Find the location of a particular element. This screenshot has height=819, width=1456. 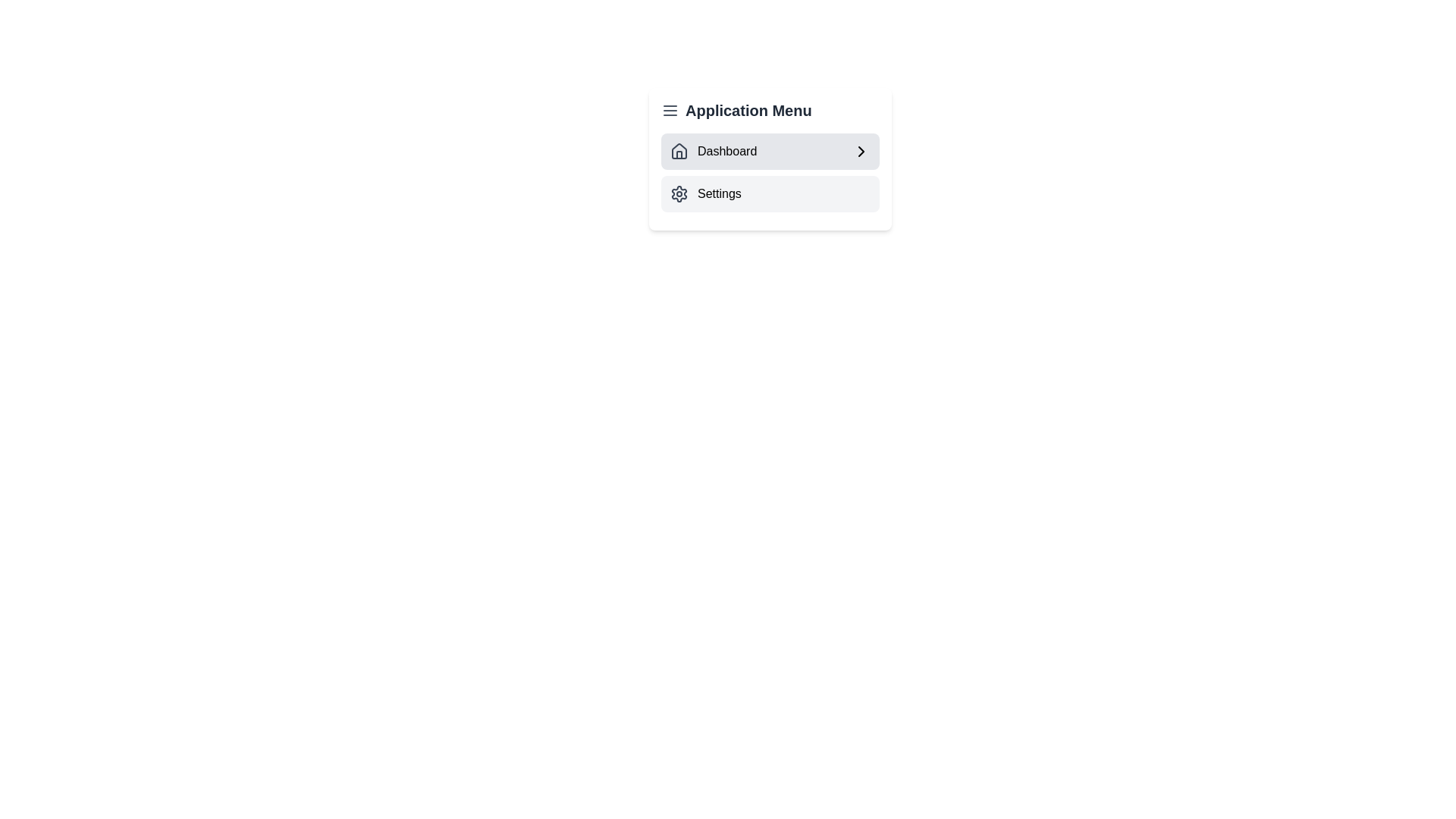

the right-pointing chevron icon in the 'Dashboard' menu is located at coordinates (861, 152).